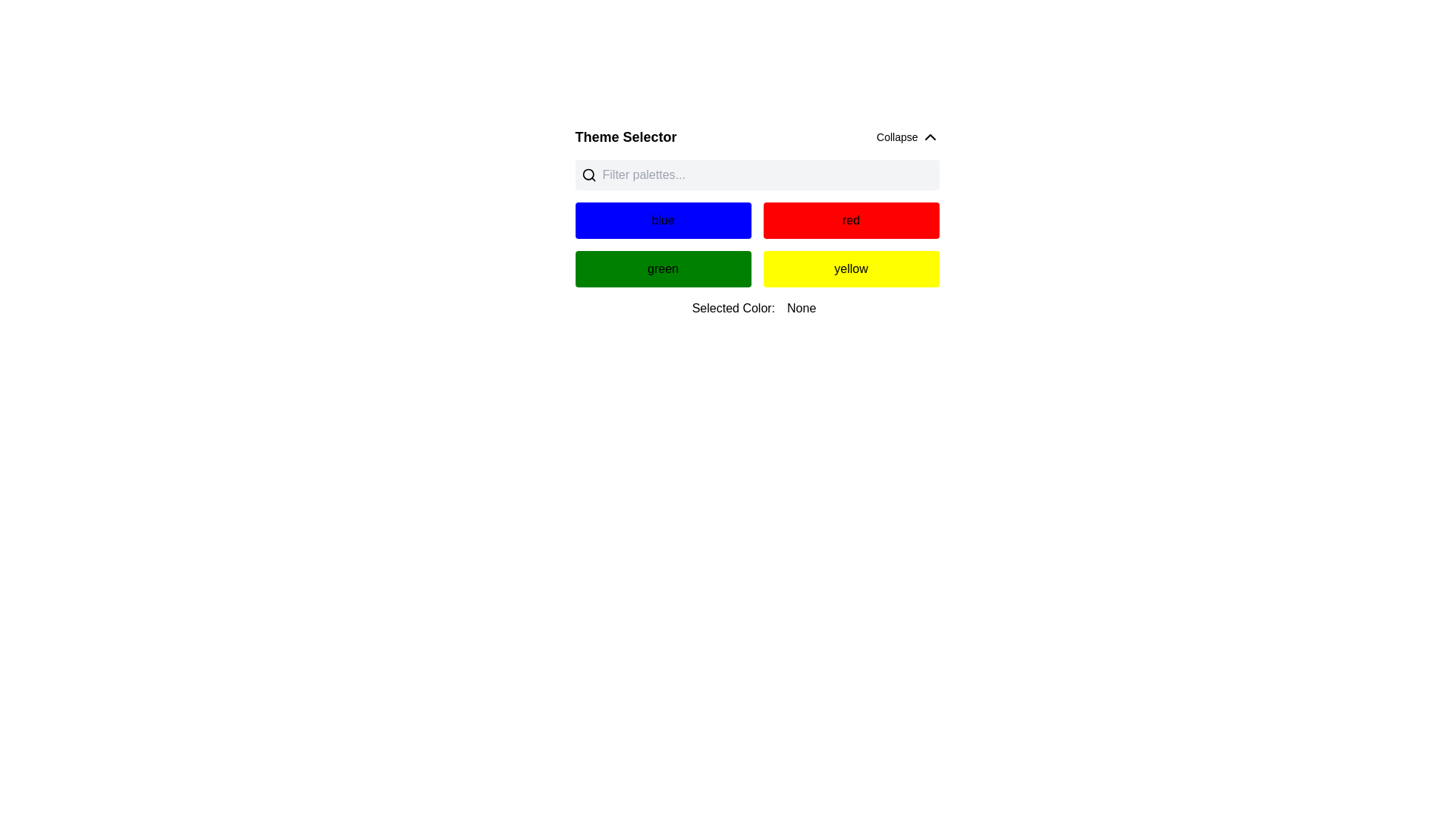  Describe the element at coordinates (663, 268) in the screenshot. I see `the green button with rounded corners labeled 'green'` at that location.